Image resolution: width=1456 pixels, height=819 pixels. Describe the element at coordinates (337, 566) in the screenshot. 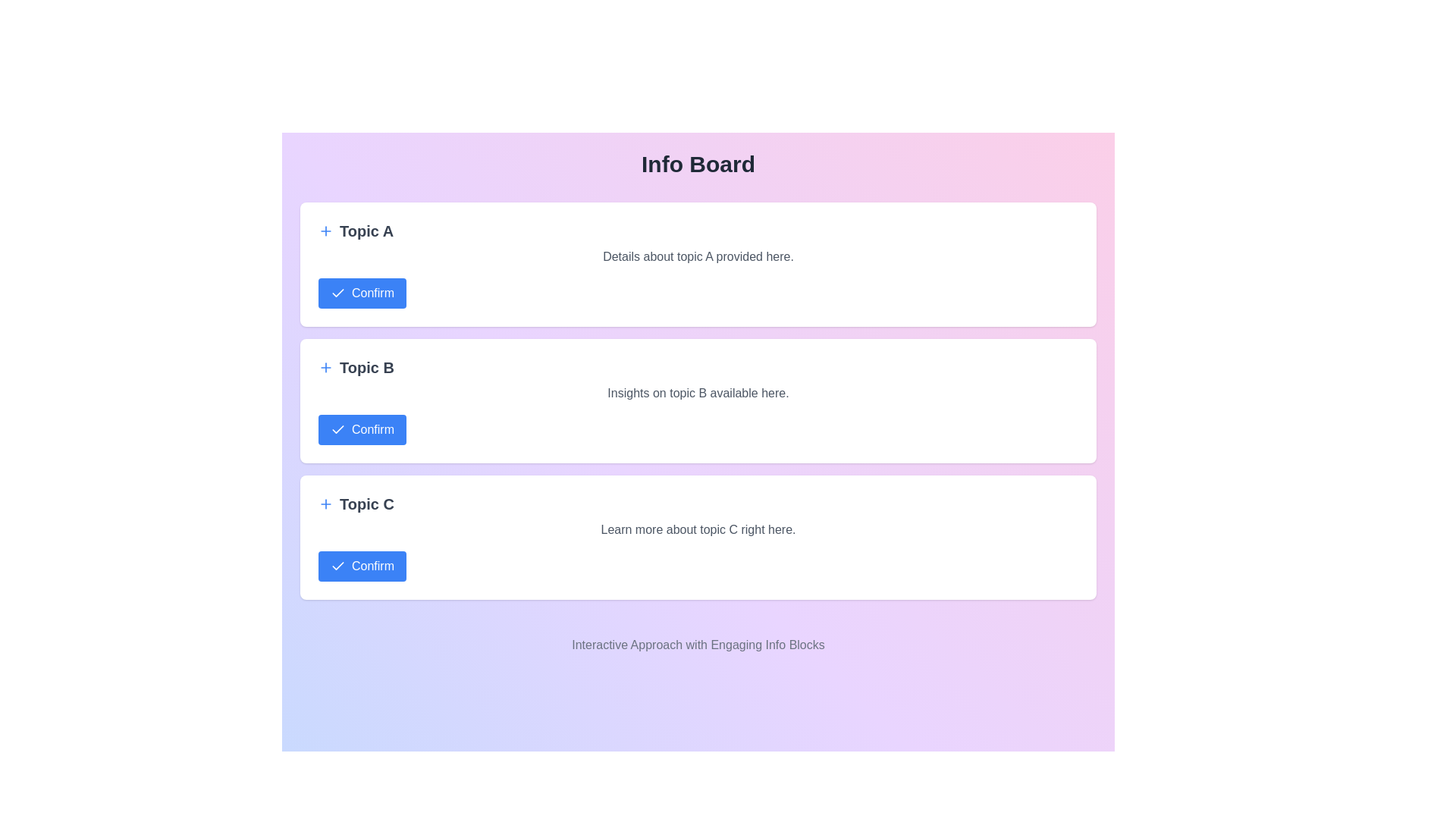

I see `the blue 'Confirm' button associated with the 'Topic C' section, which contains the checkmark icon for selection or affirmation` at that location.